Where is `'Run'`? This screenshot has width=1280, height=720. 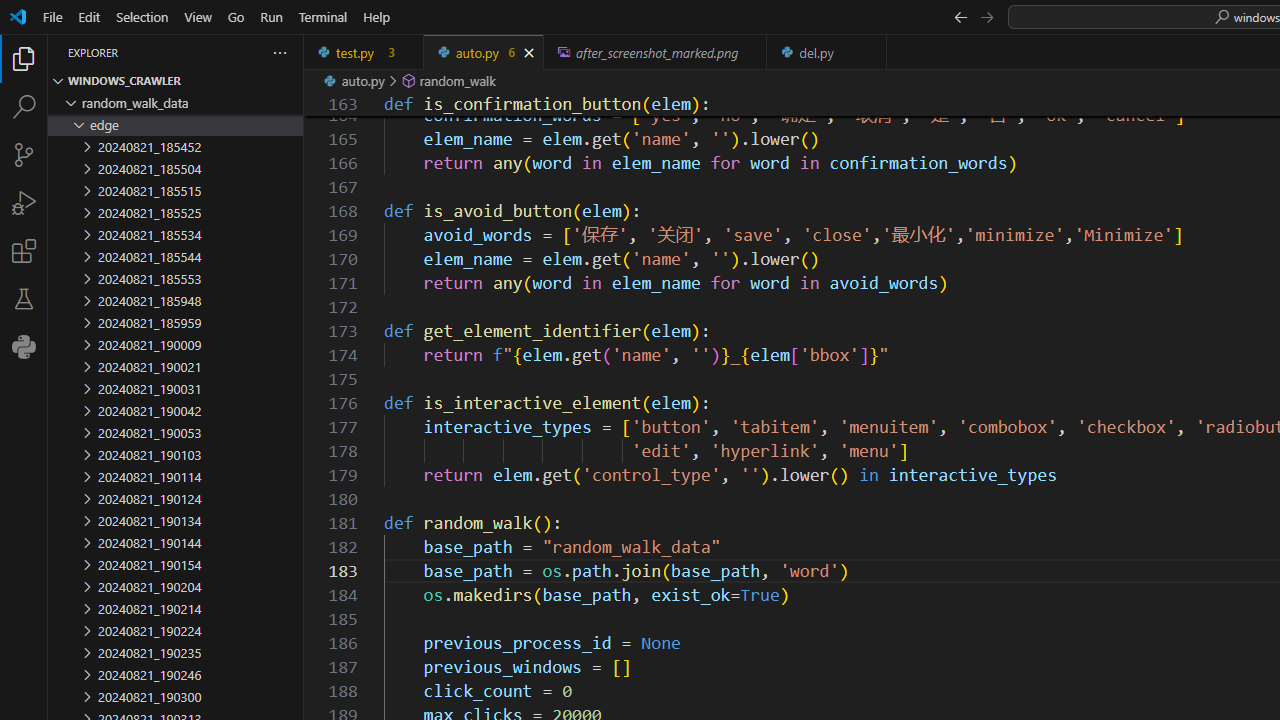 'Run' is located at coordinates (270, 16).